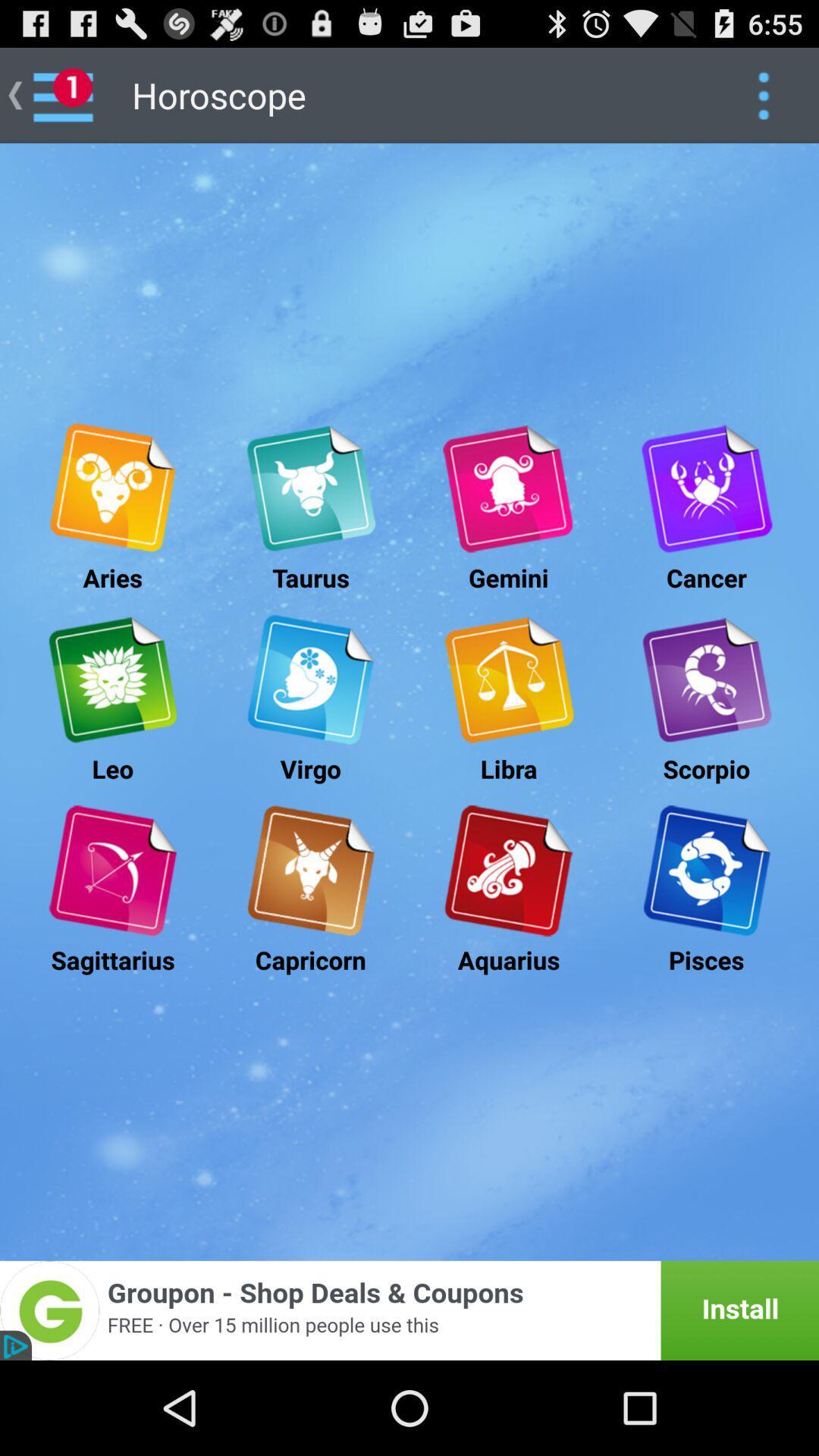 The image size is (819, 1456). What do you see at coordinates (309, 488) in the screenshot?
I see `taurus` at bounding box center [309, 488].